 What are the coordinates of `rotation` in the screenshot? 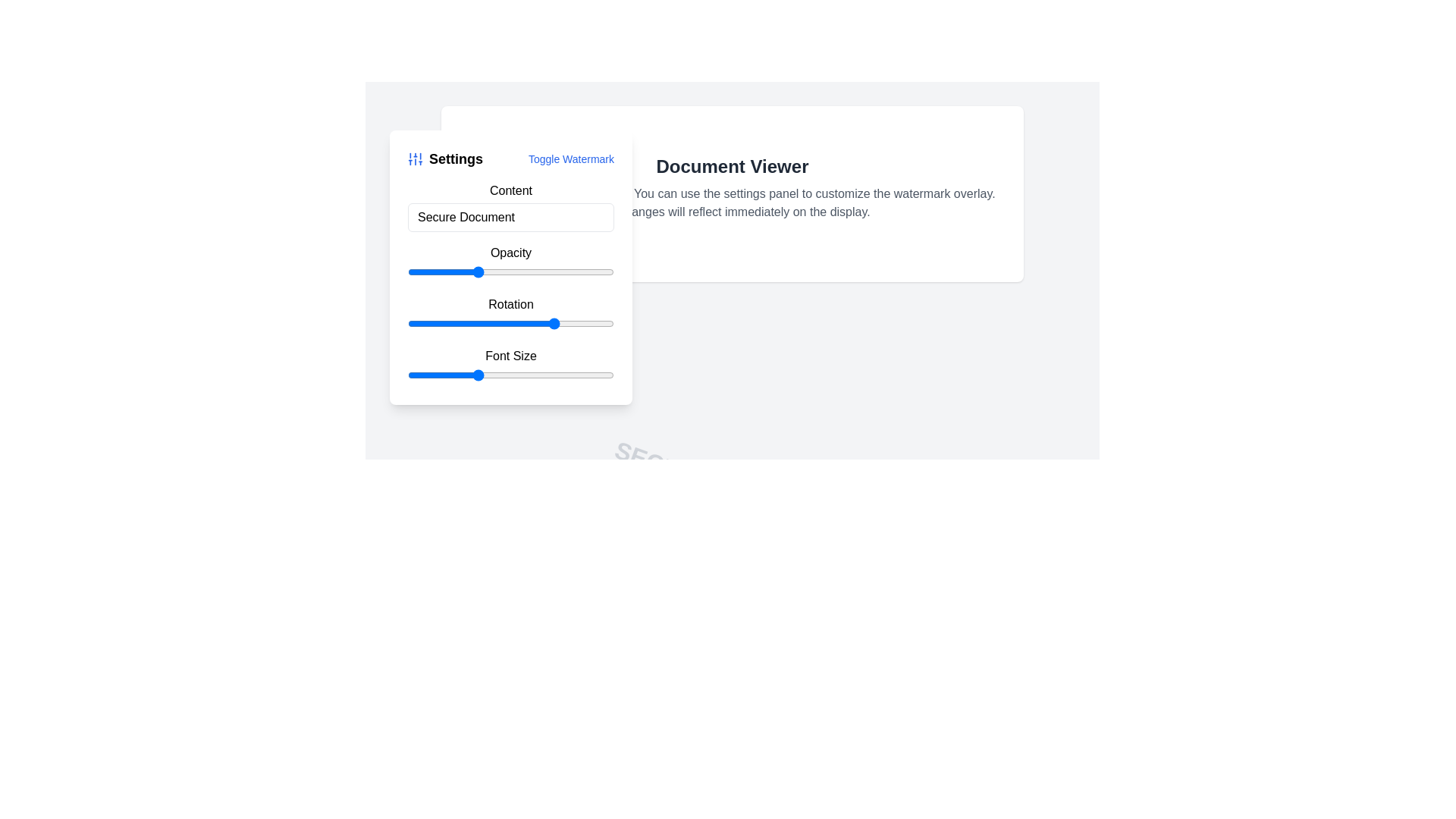 It's located at (516, 323).